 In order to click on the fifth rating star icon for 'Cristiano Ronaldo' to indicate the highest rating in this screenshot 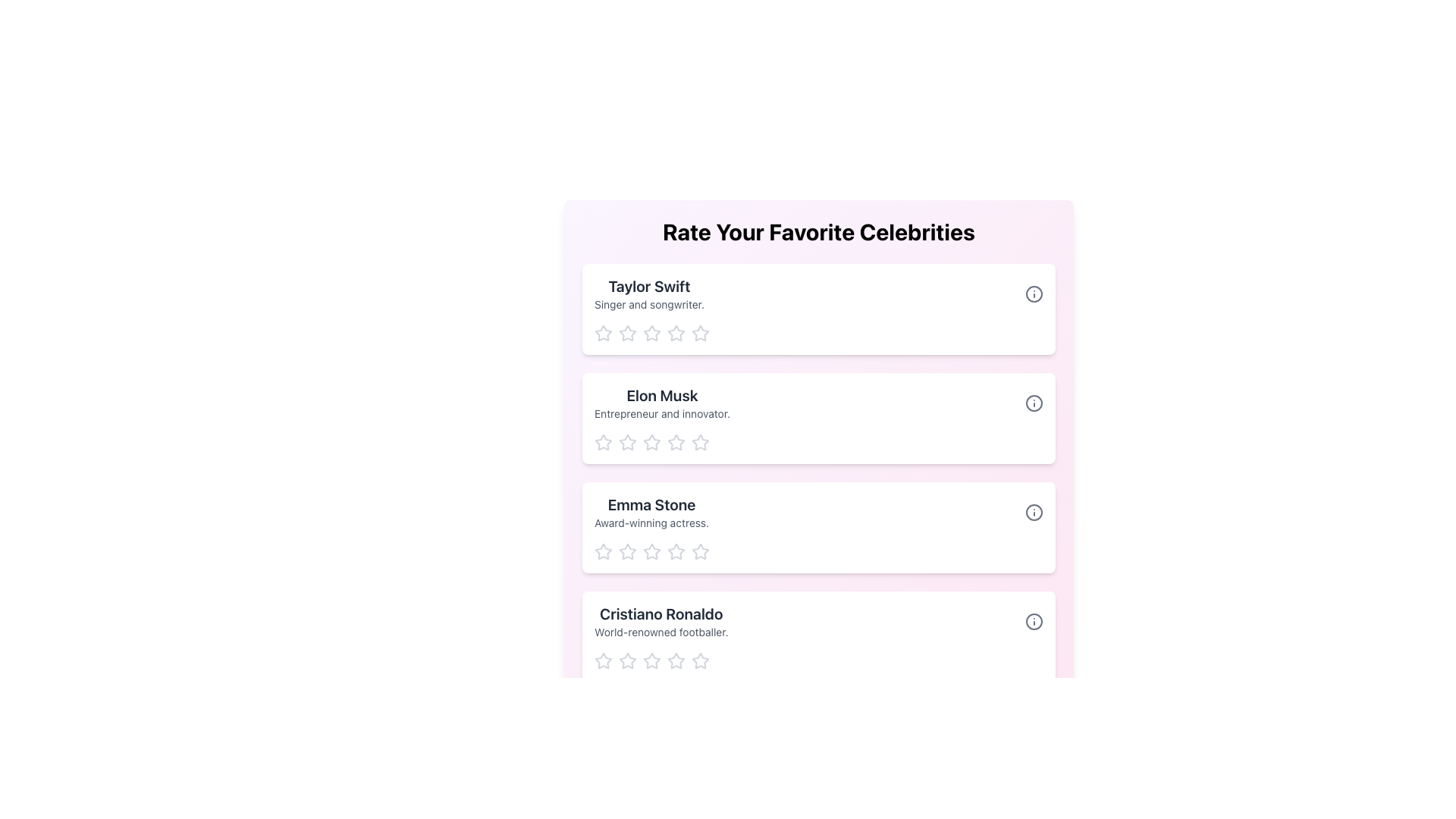, I will do `click(700, 660)`.